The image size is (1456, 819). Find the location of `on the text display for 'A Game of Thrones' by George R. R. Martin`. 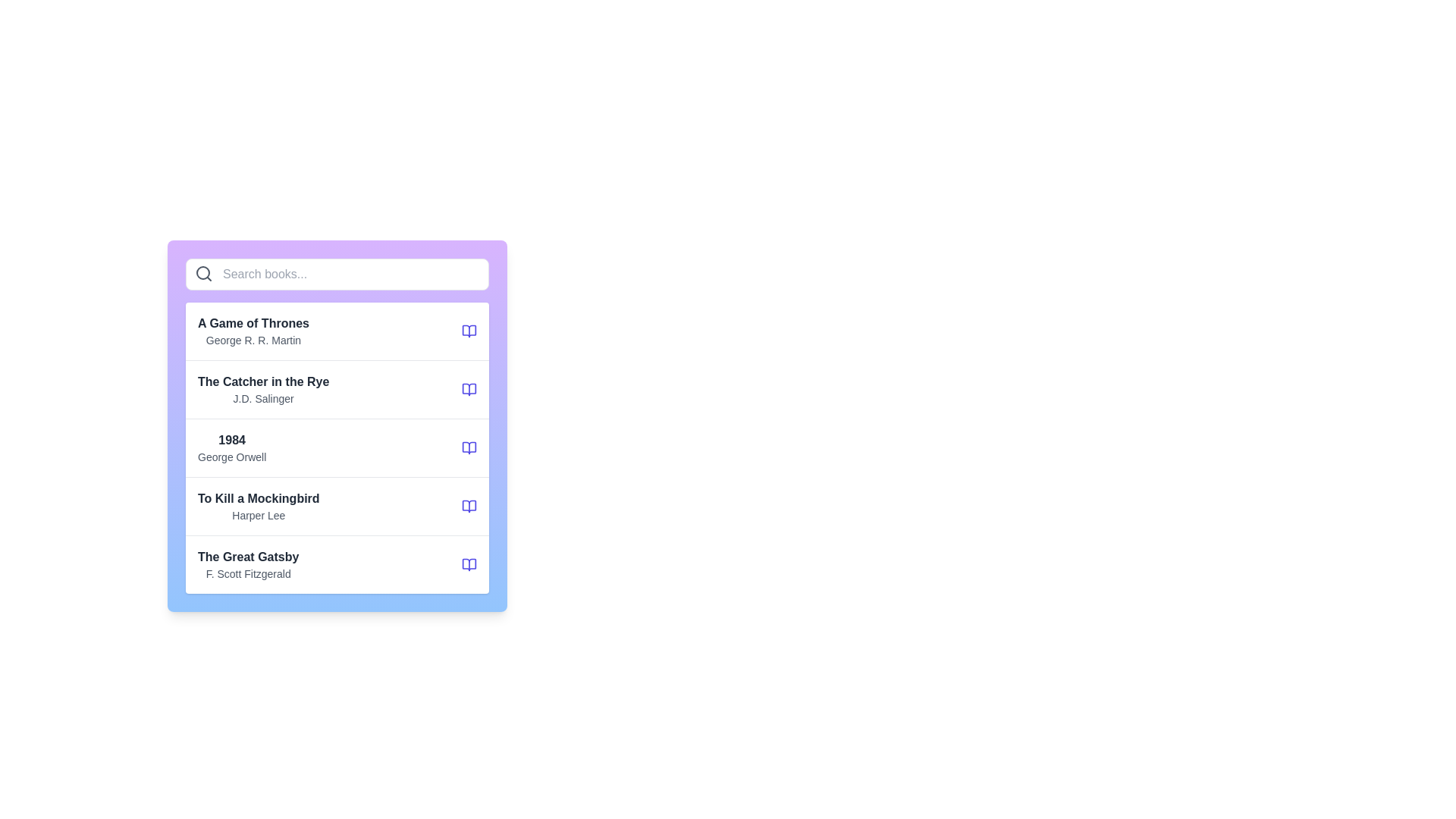

on the text display for 'A Game of Thrones' by George R. R. Martin is located at coordinates (253, 330).